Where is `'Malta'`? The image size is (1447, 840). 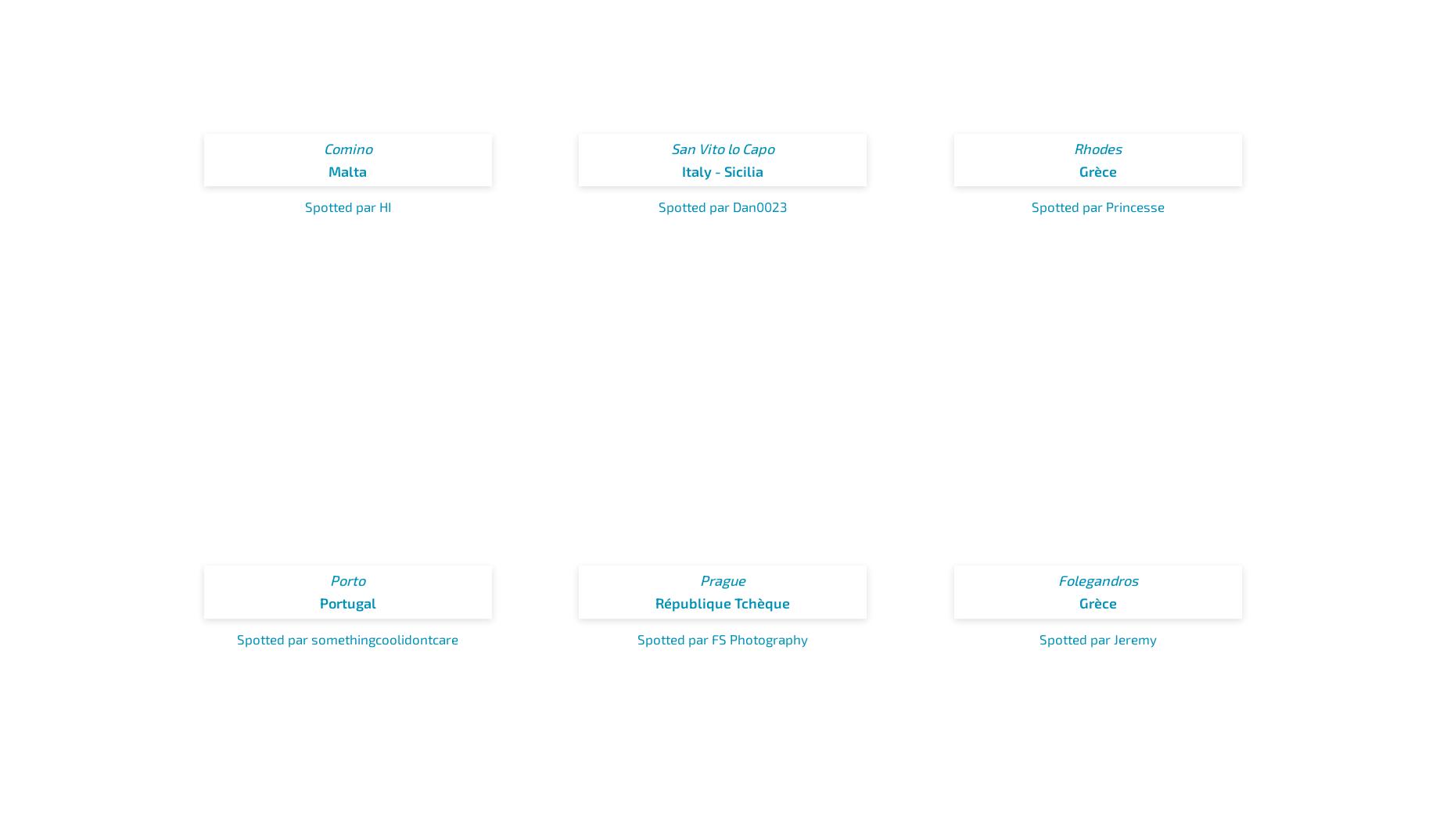 'Malta' is located at coordinates (346, 170).